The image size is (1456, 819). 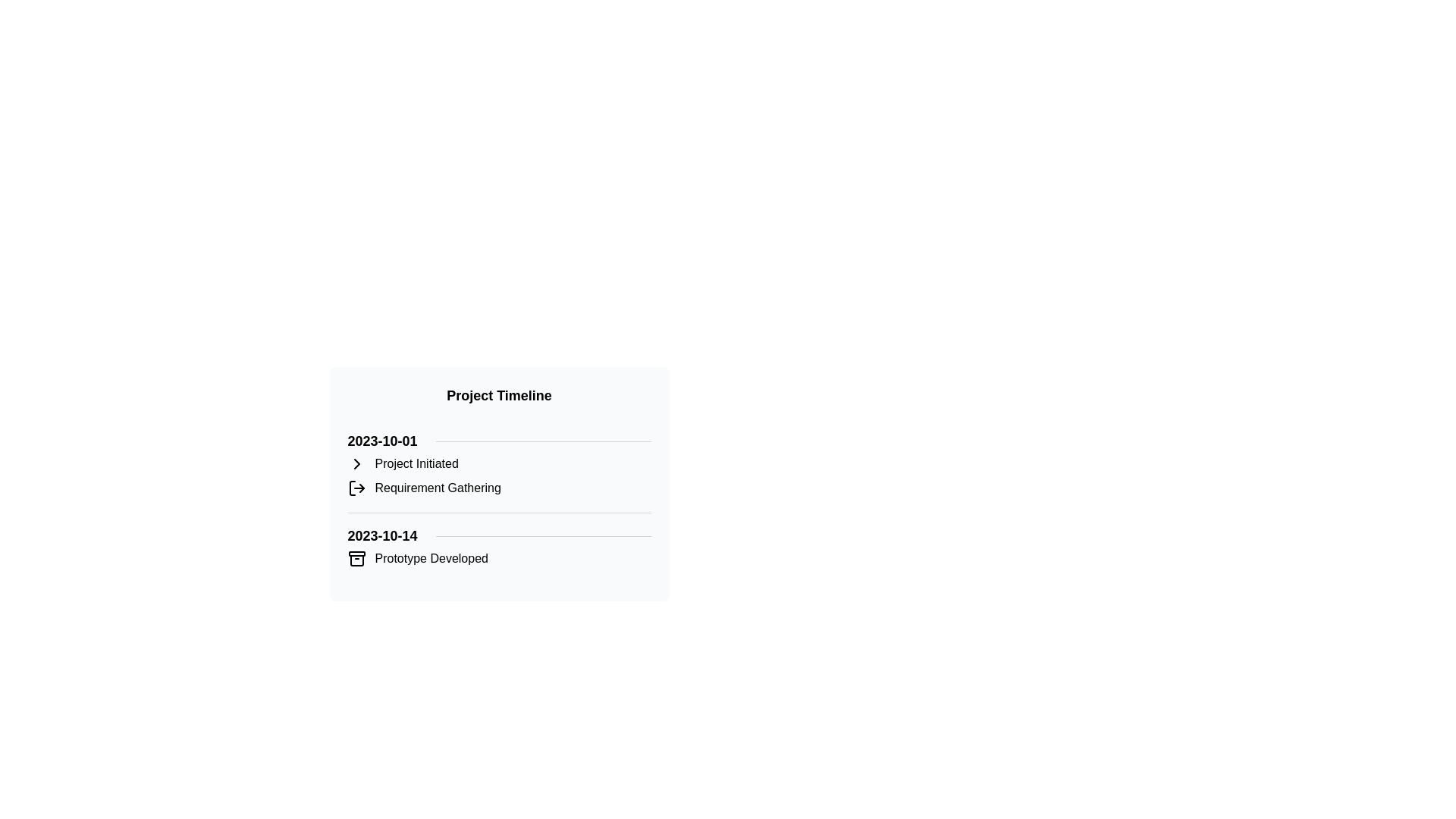 I want to click on date label marking the event or milestone for October 14, 2023, located in the second chronological entry of the timeline widget, so click(x=382, y=535).